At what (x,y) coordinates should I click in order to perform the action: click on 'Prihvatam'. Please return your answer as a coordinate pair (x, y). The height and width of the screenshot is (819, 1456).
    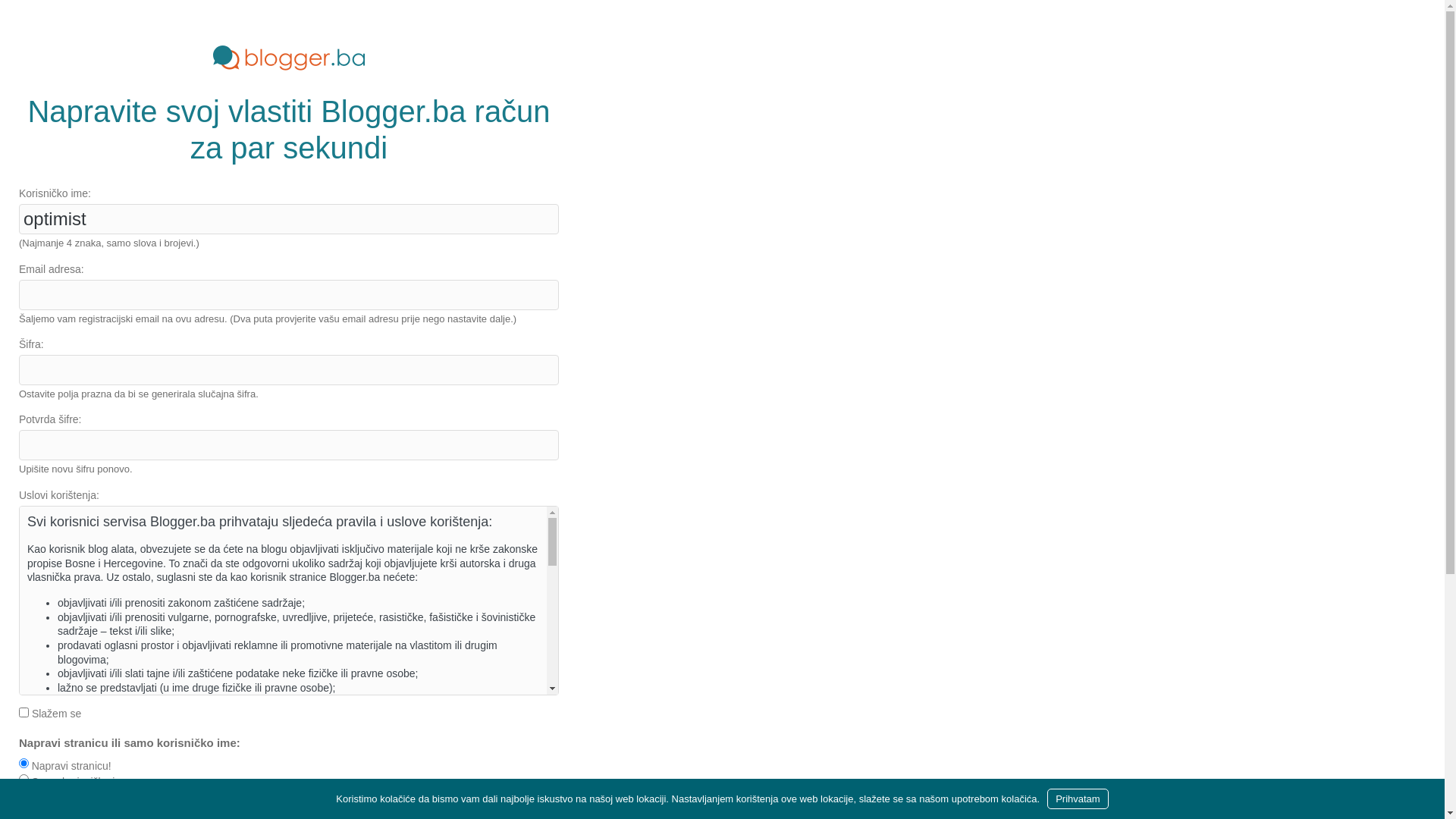
    Looking at the image, I should click on (1077, 798).